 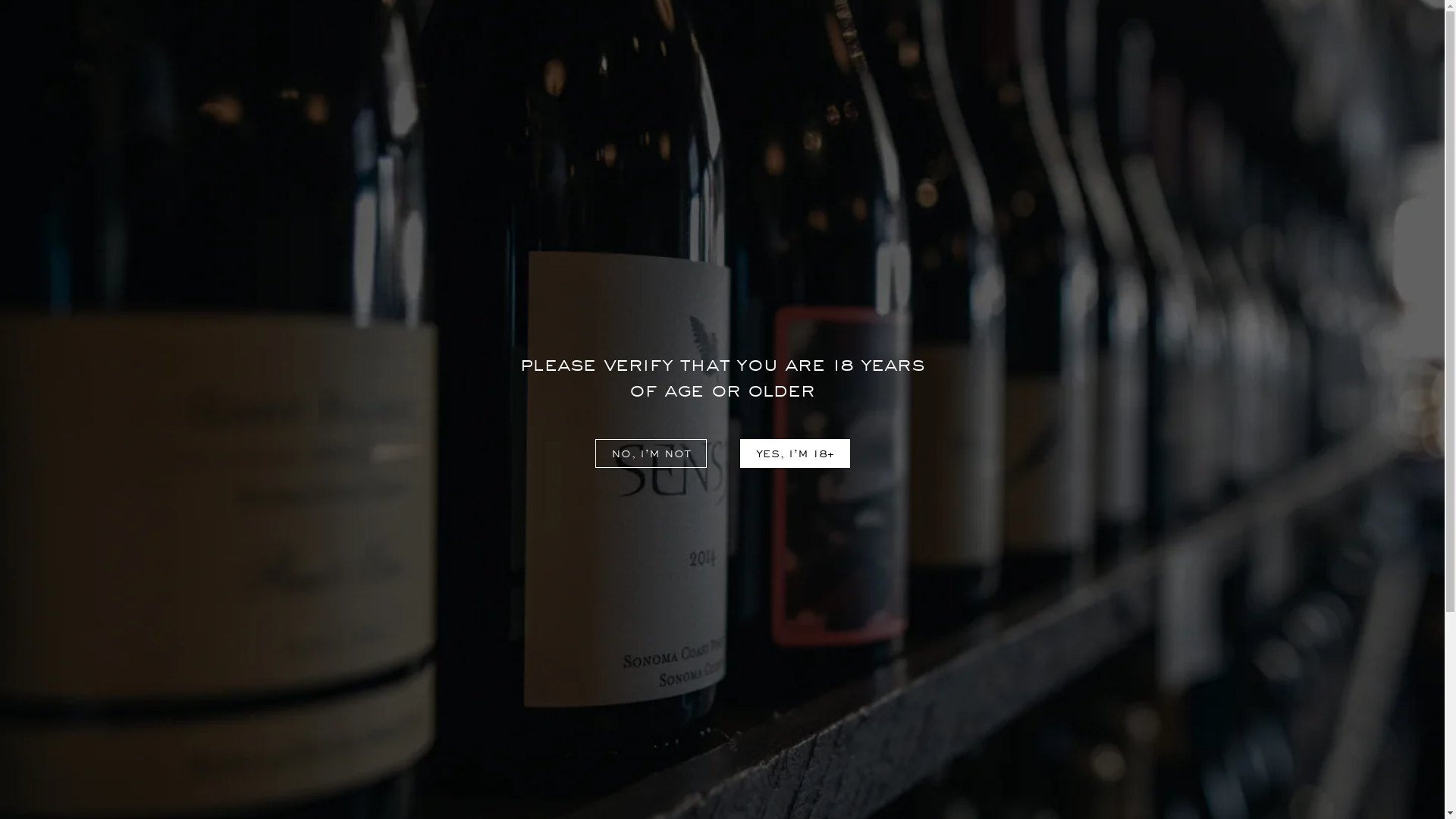 I want to click on 'Wine Regions', so click(x=502, y=730).